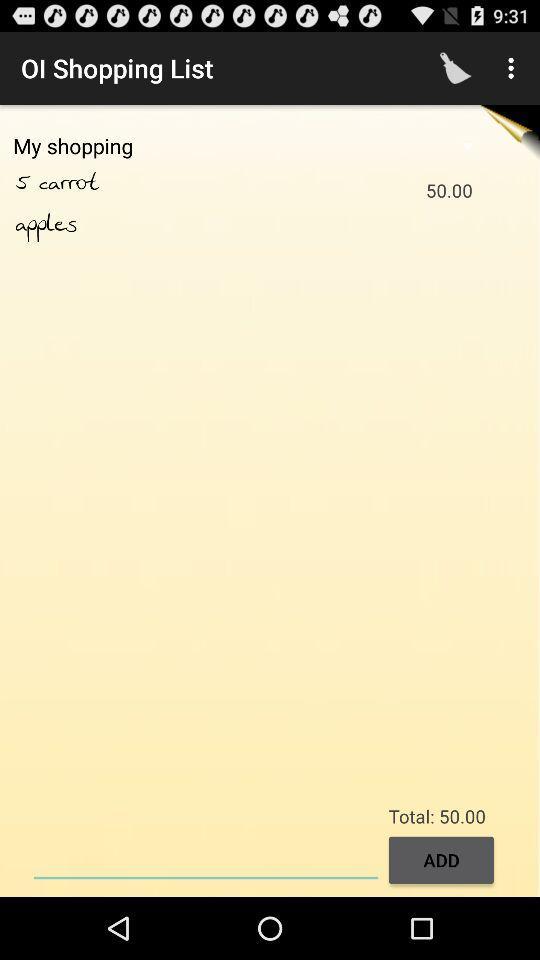 This screenshot has width=540, height=960. Describe the element at coordinates (455, 68) in the screenshot. I see `app next to the oi shopping list item` at that location.